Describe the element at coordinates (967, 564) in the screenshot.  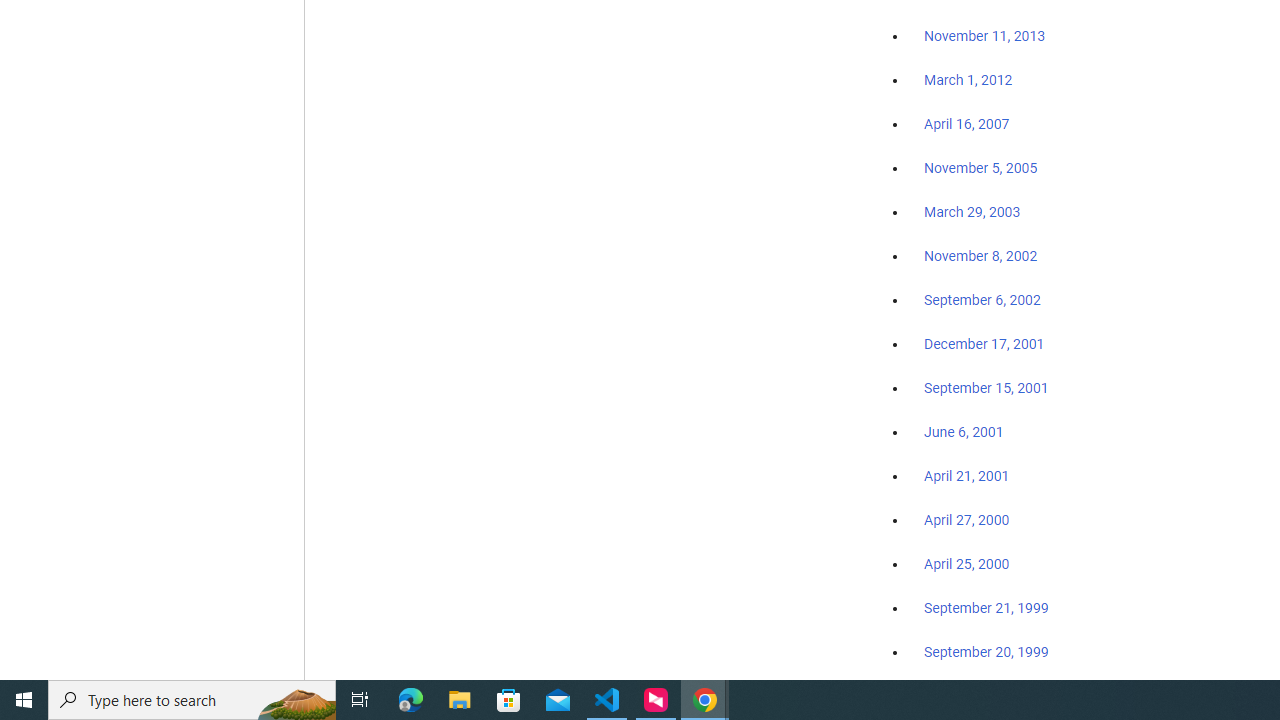
I see `'April 25, 2000'` at that location.